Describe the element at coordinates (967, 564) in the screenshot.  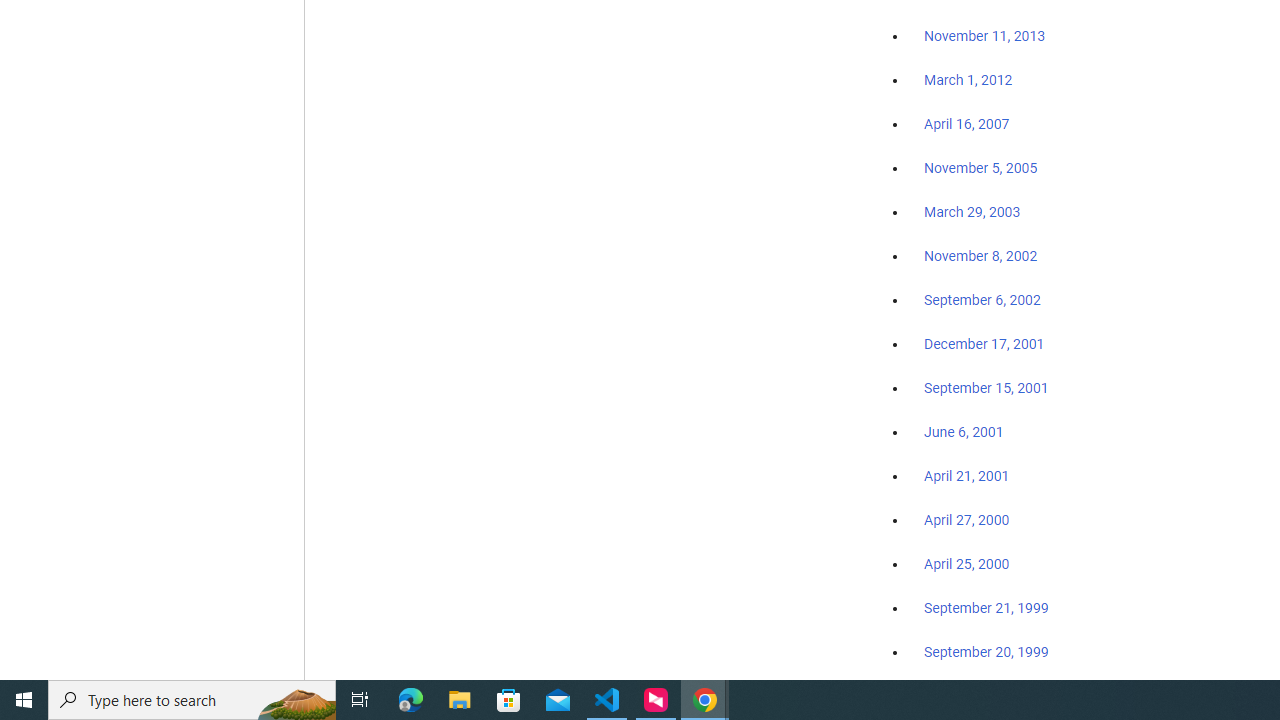
I see `'April 25, 2000'` at that location.